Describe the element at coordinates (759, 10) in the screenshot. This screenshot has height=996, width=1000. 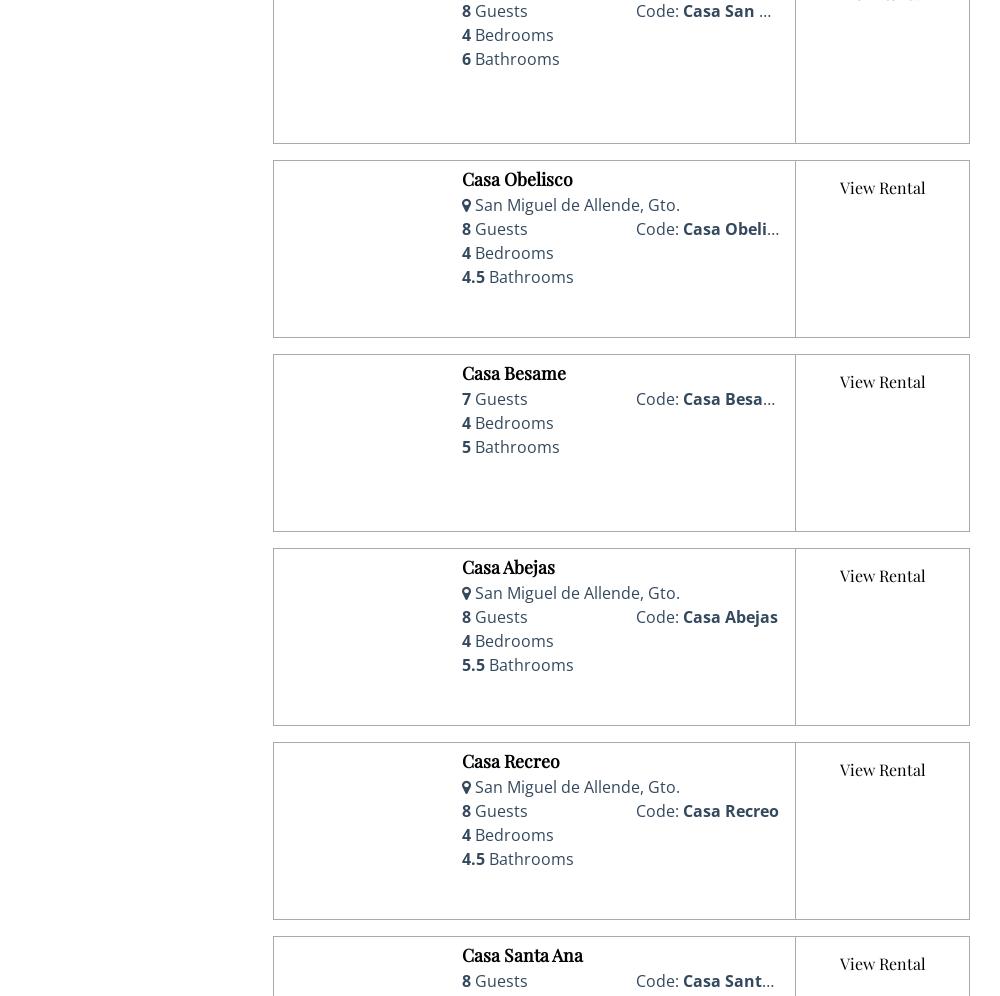
I see `'Casa San Francisco'` at that location.